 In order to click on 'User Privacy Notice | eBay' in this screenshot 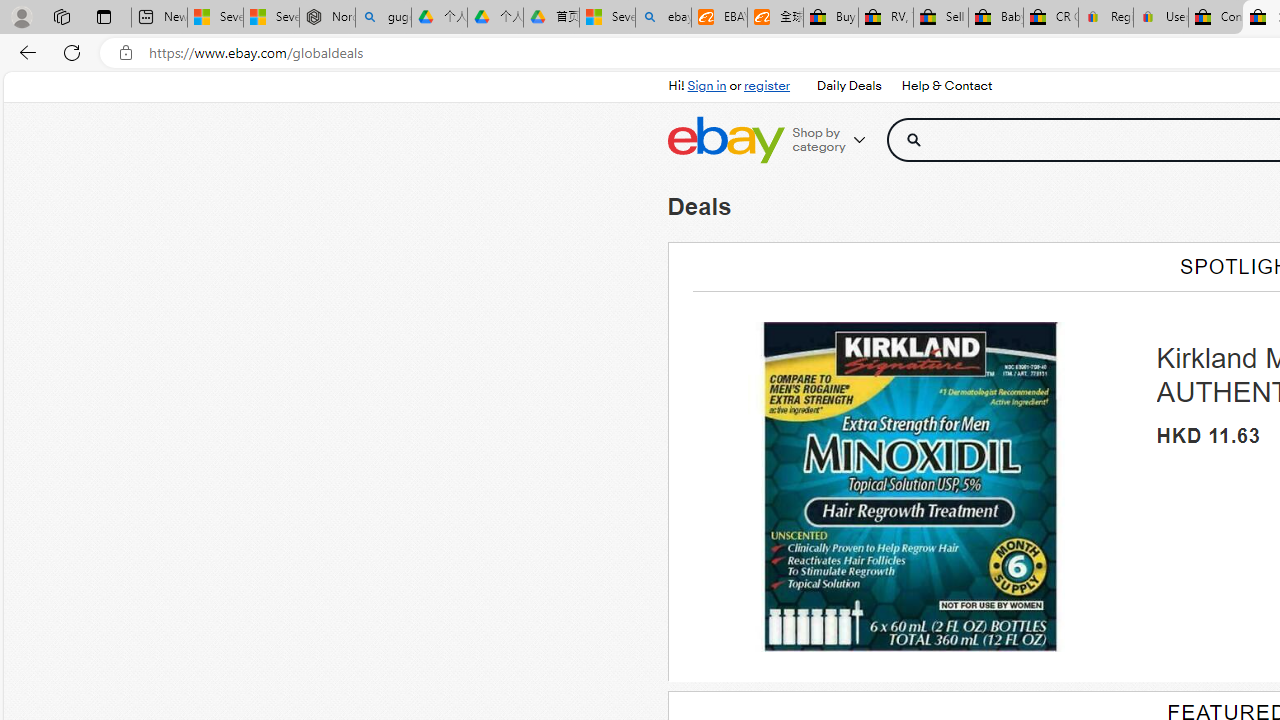, I will do `click(1160, 17)`.